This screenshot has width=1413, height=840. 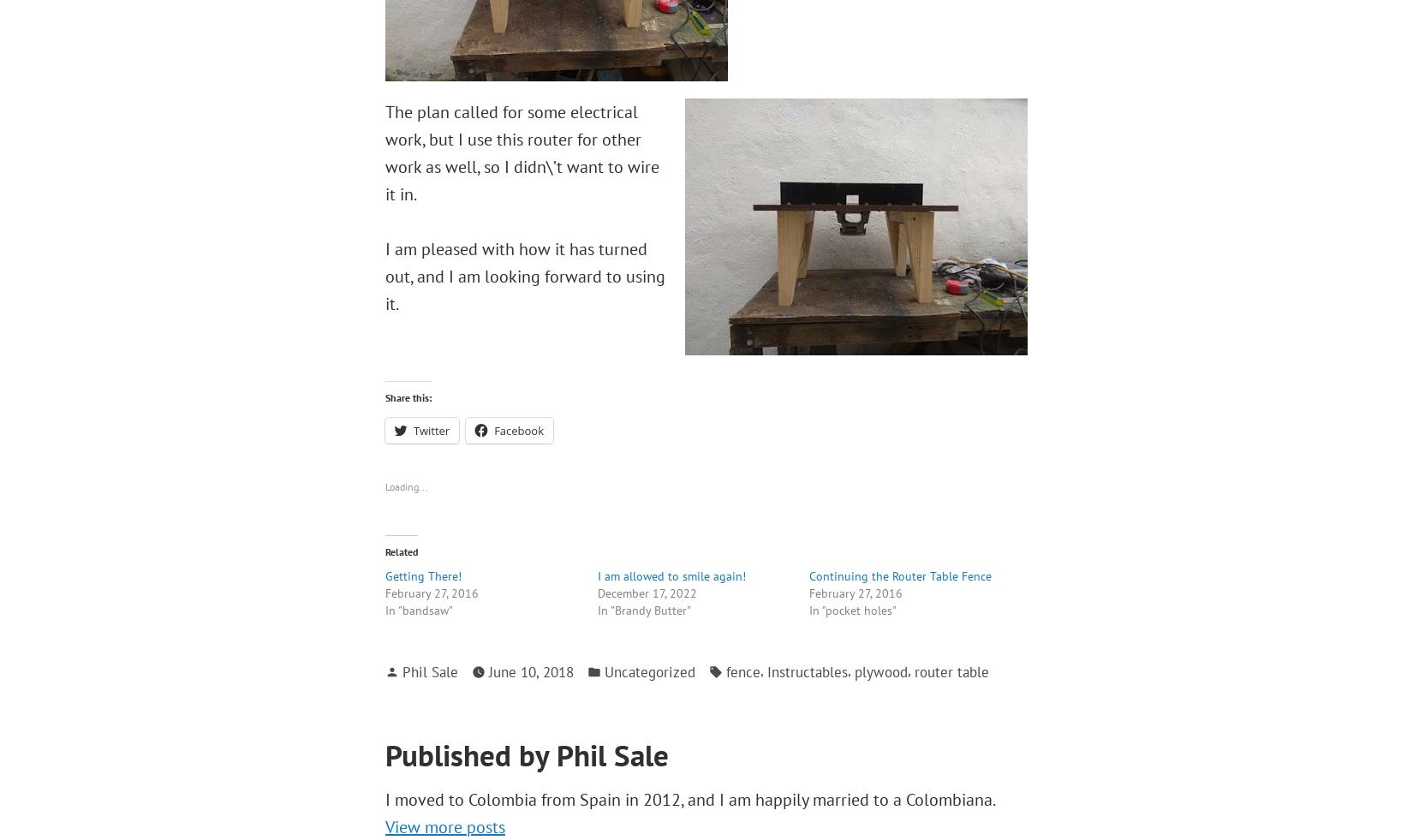 I want to click on 'plywood', so click(x=880, y=670).